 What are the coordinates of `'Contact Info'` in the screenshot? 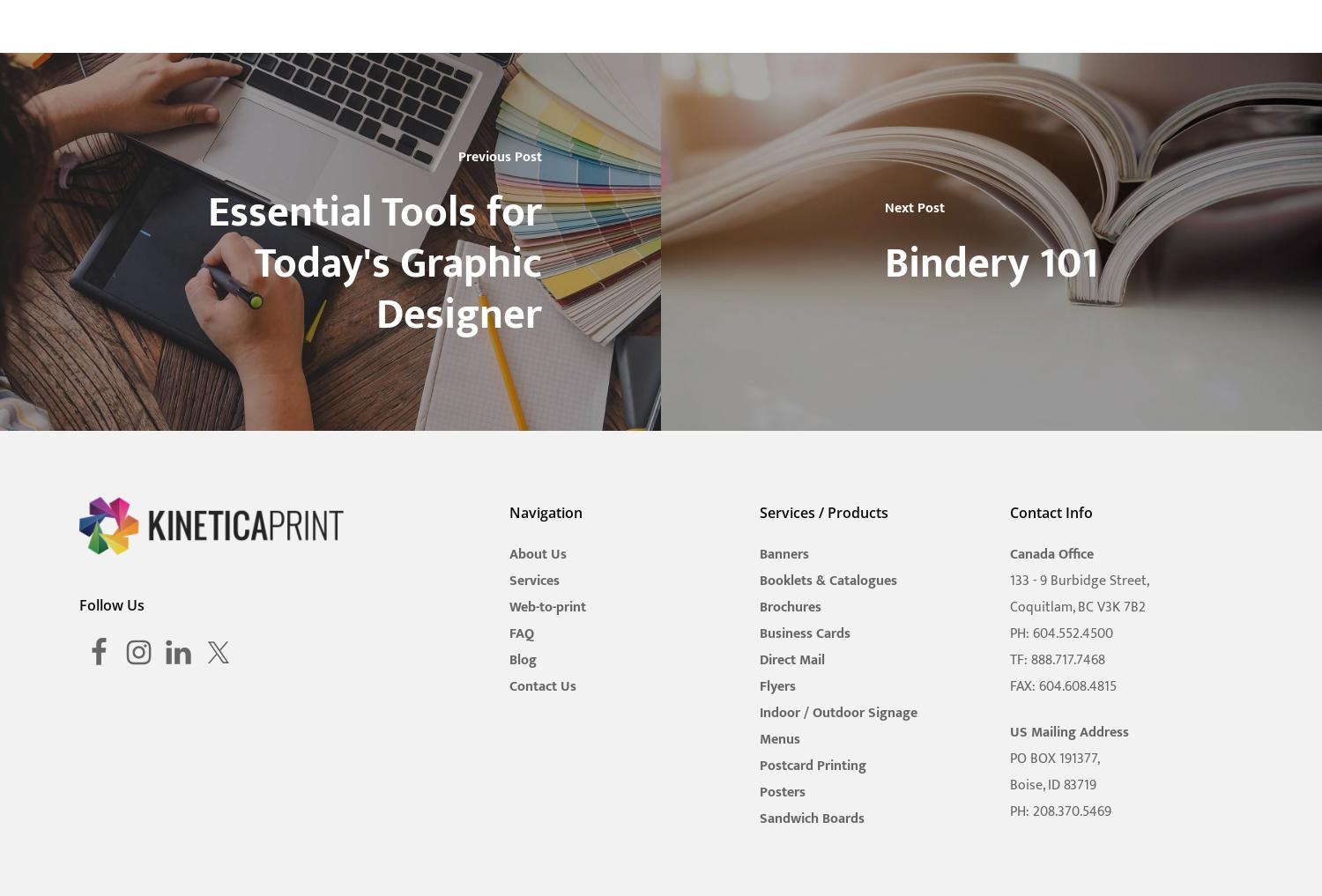 It's located at (1008, 512).